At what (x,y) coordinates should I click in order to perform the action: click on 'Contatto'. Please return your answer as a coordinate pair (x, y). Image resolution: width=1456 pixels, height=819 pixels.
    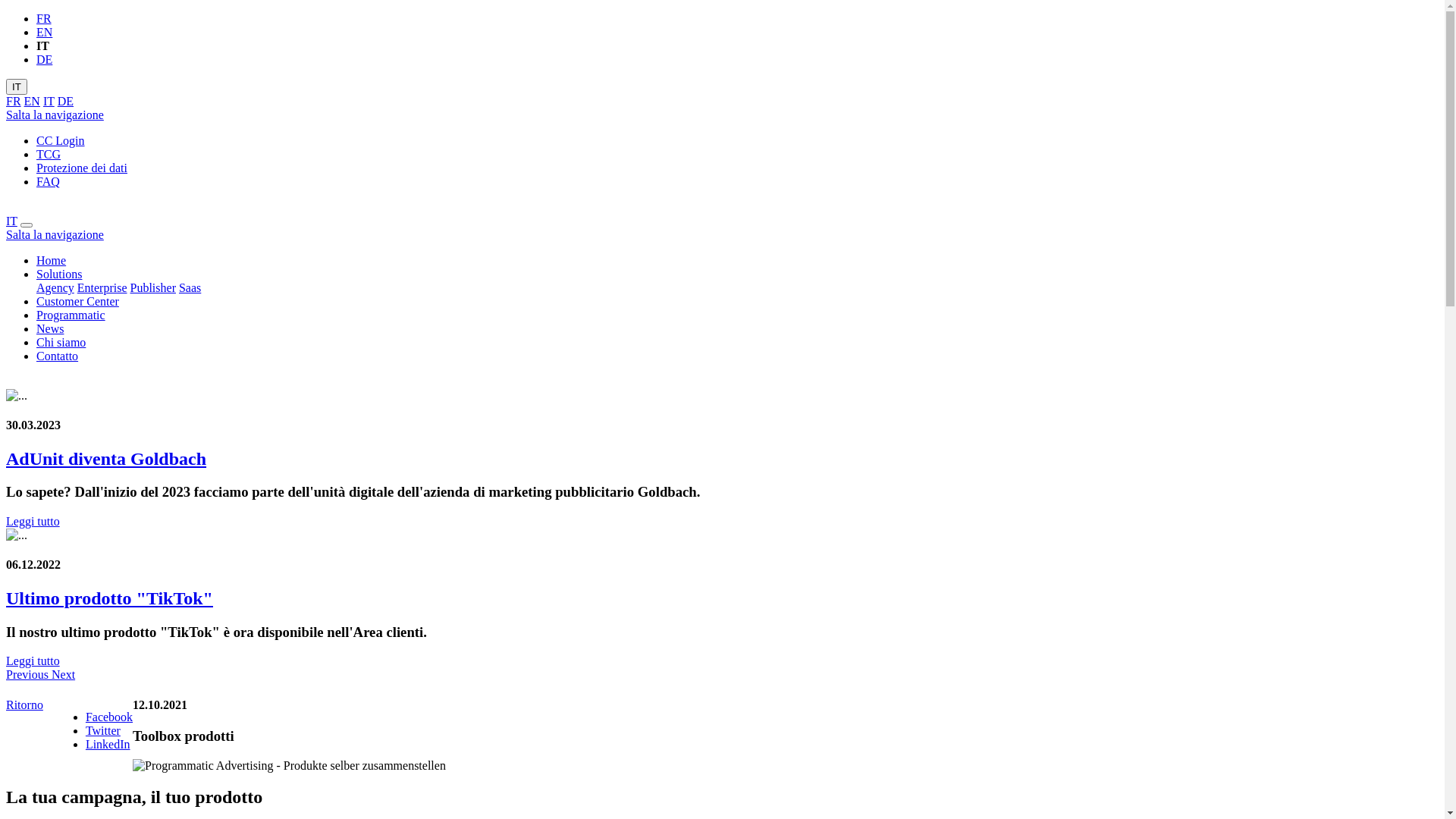
    Looking at the image, I should click on (57, 356).